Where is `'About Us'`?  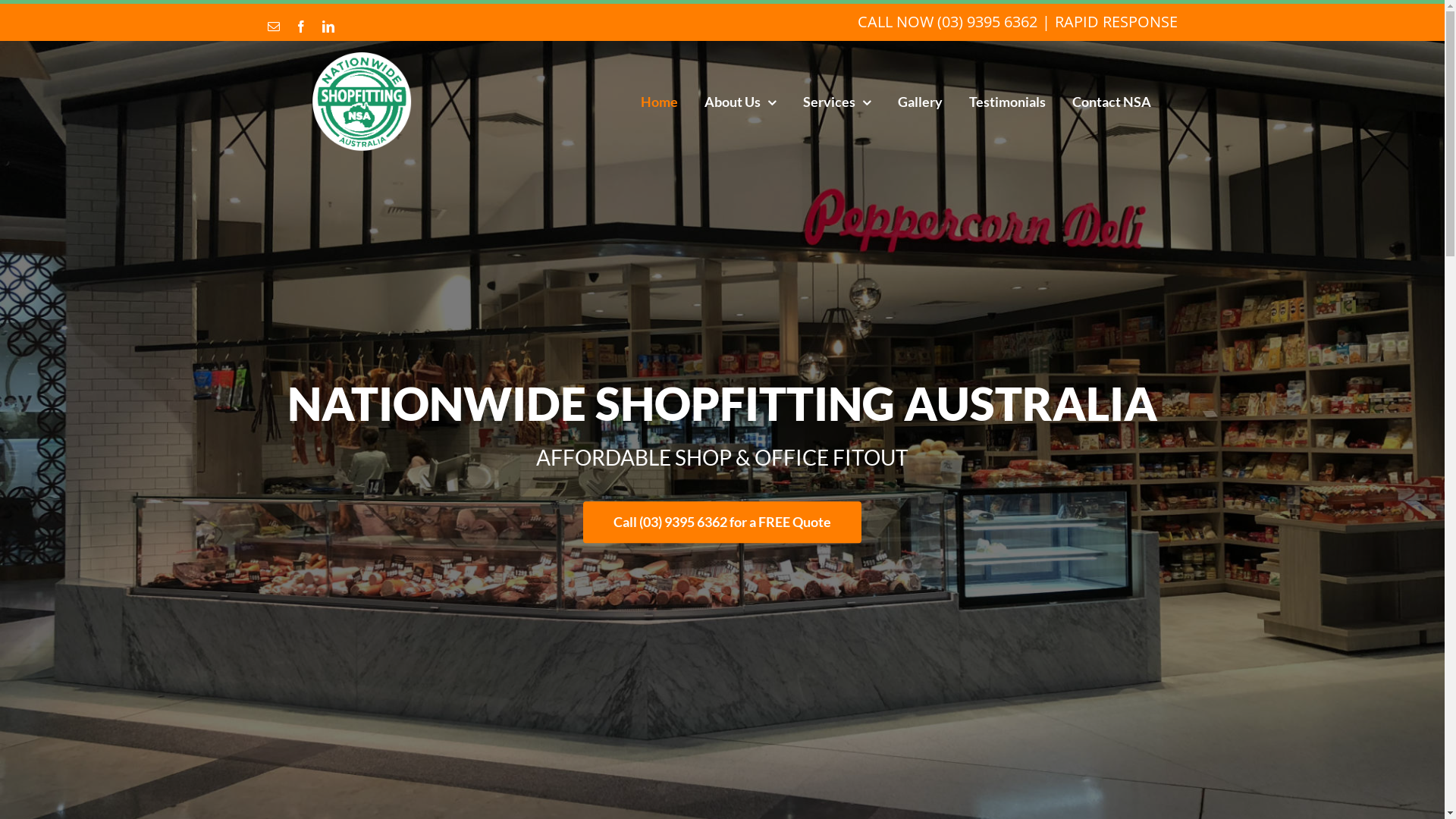
'About Us' is located at coordinates (739, 102).